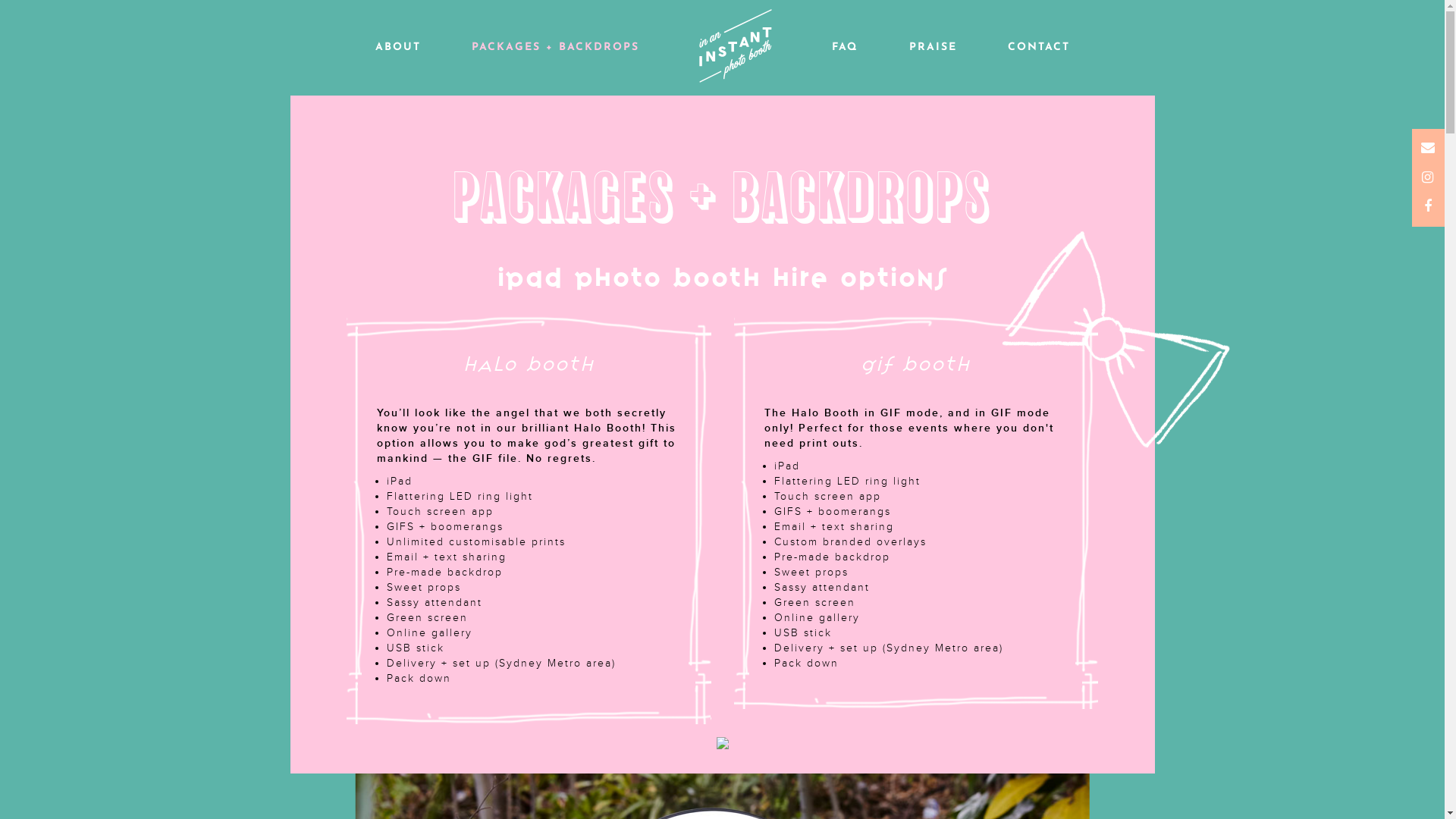  What do you see at coordinates (843, 46) in the screenshot?
I see `'FAQ'` at bounding box center [843, 46].